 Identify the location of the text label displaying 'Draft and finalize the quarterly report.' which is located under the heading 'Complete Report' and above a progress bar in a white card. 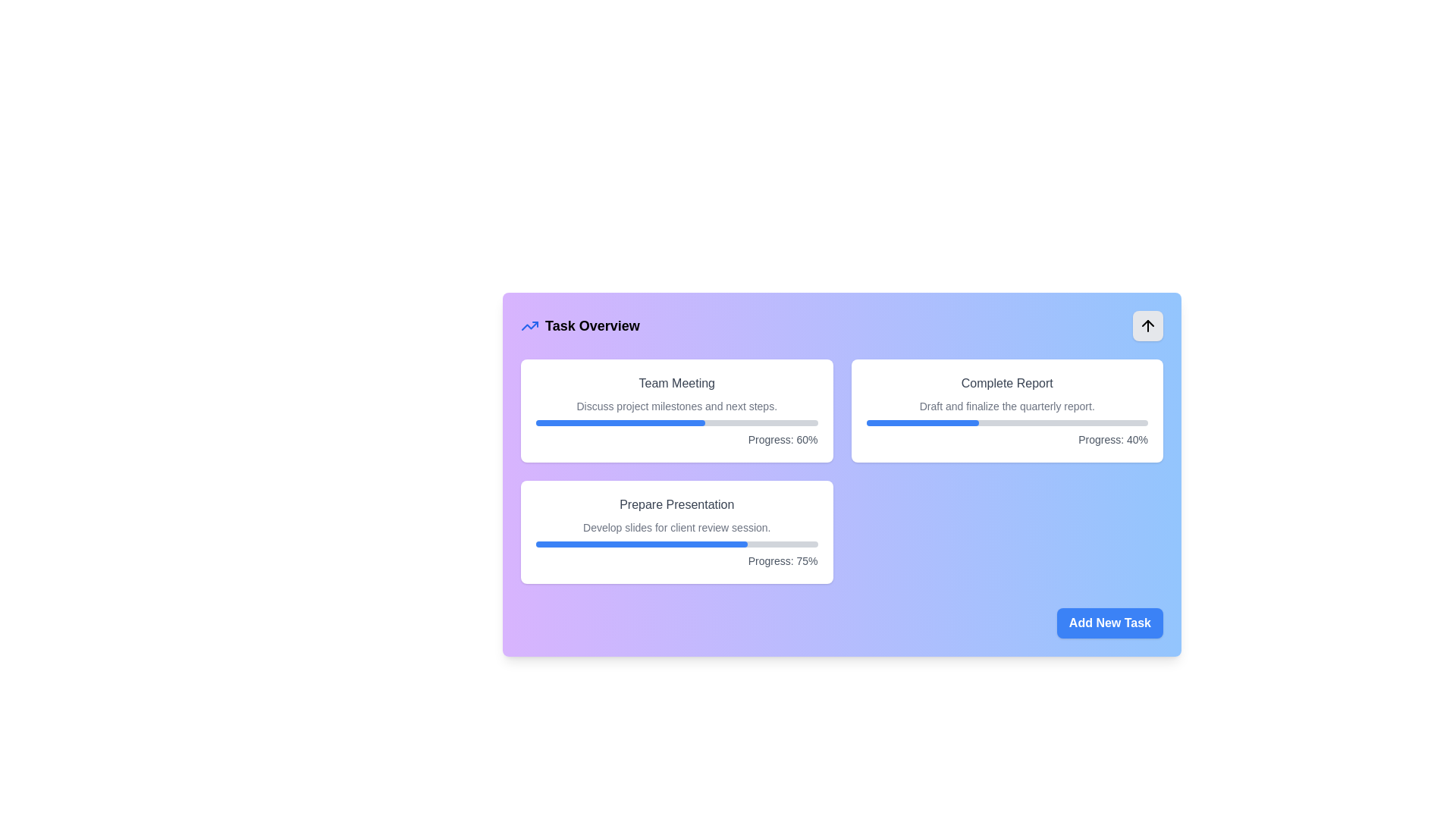
(1007, 406).